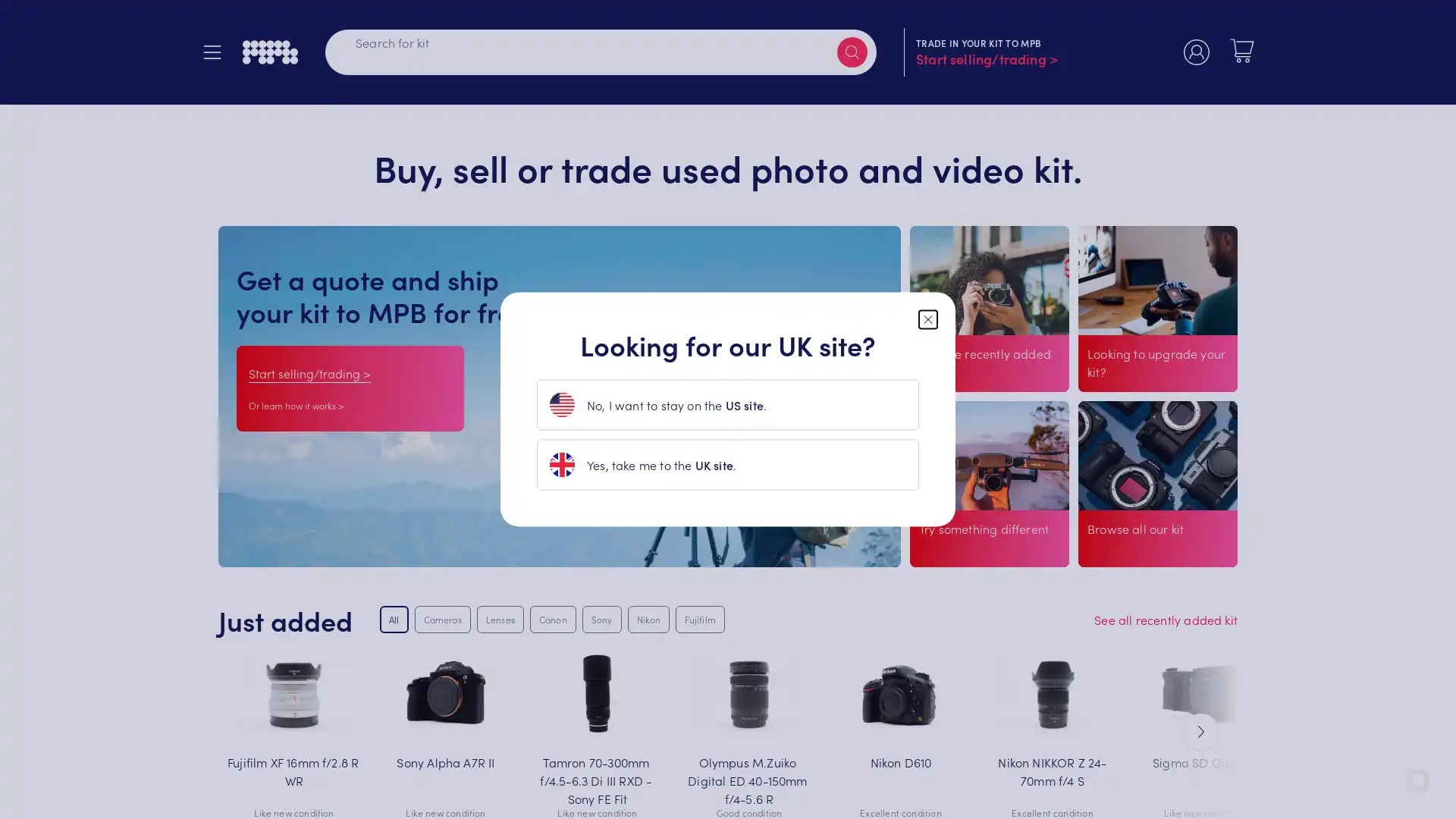  What do you see at coordinates (309, 372) in the screenshot?
I see `Start selling/trading >` at bounding box center [309, 372].